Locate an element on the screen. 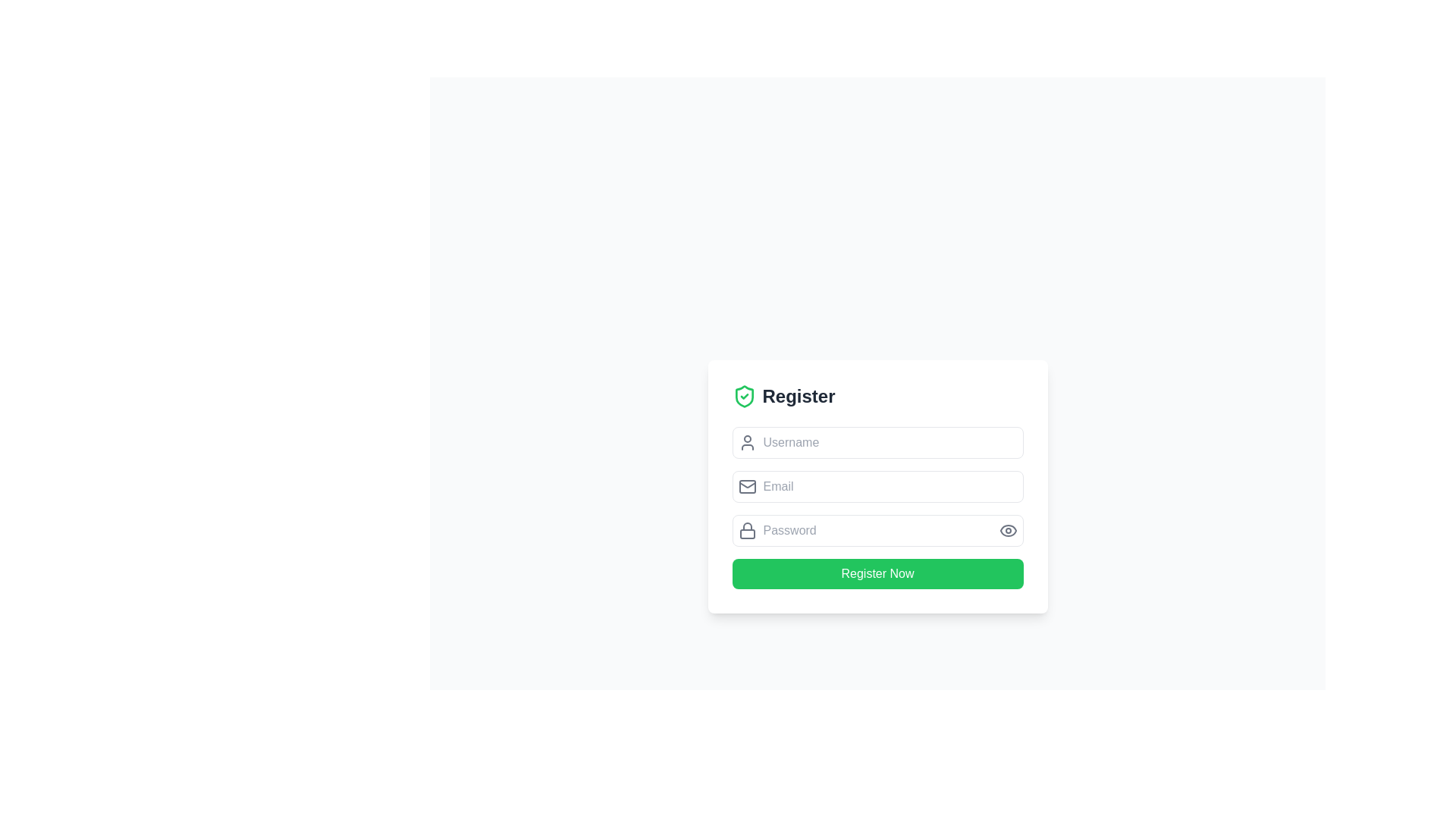 The image size is (1456, 819). the Eye icon within the password input field is located at coordinates (1008, 529).